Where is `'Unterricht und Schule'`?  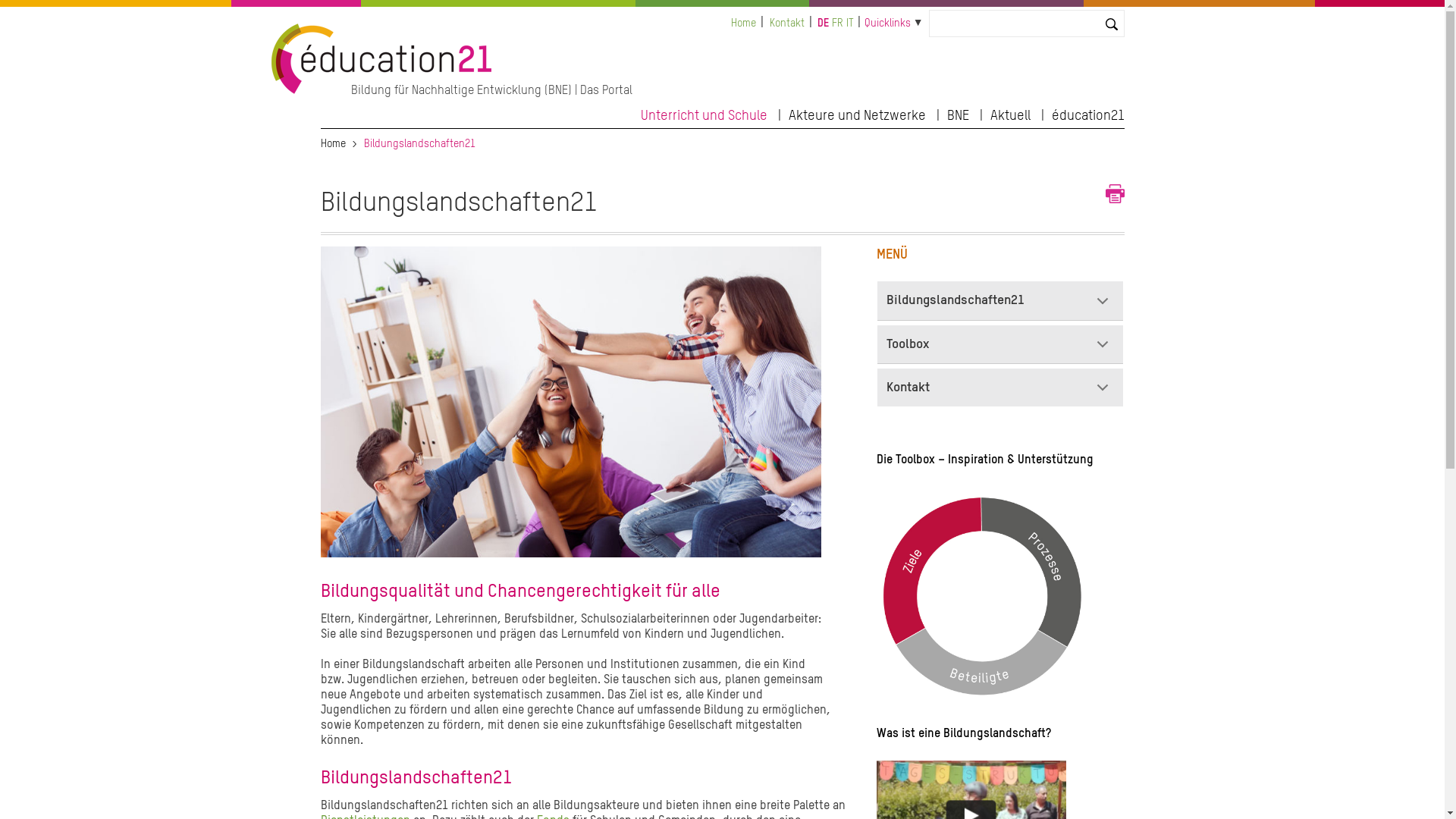
'Unterricht und Schule' is located at coordinates (640, 112).